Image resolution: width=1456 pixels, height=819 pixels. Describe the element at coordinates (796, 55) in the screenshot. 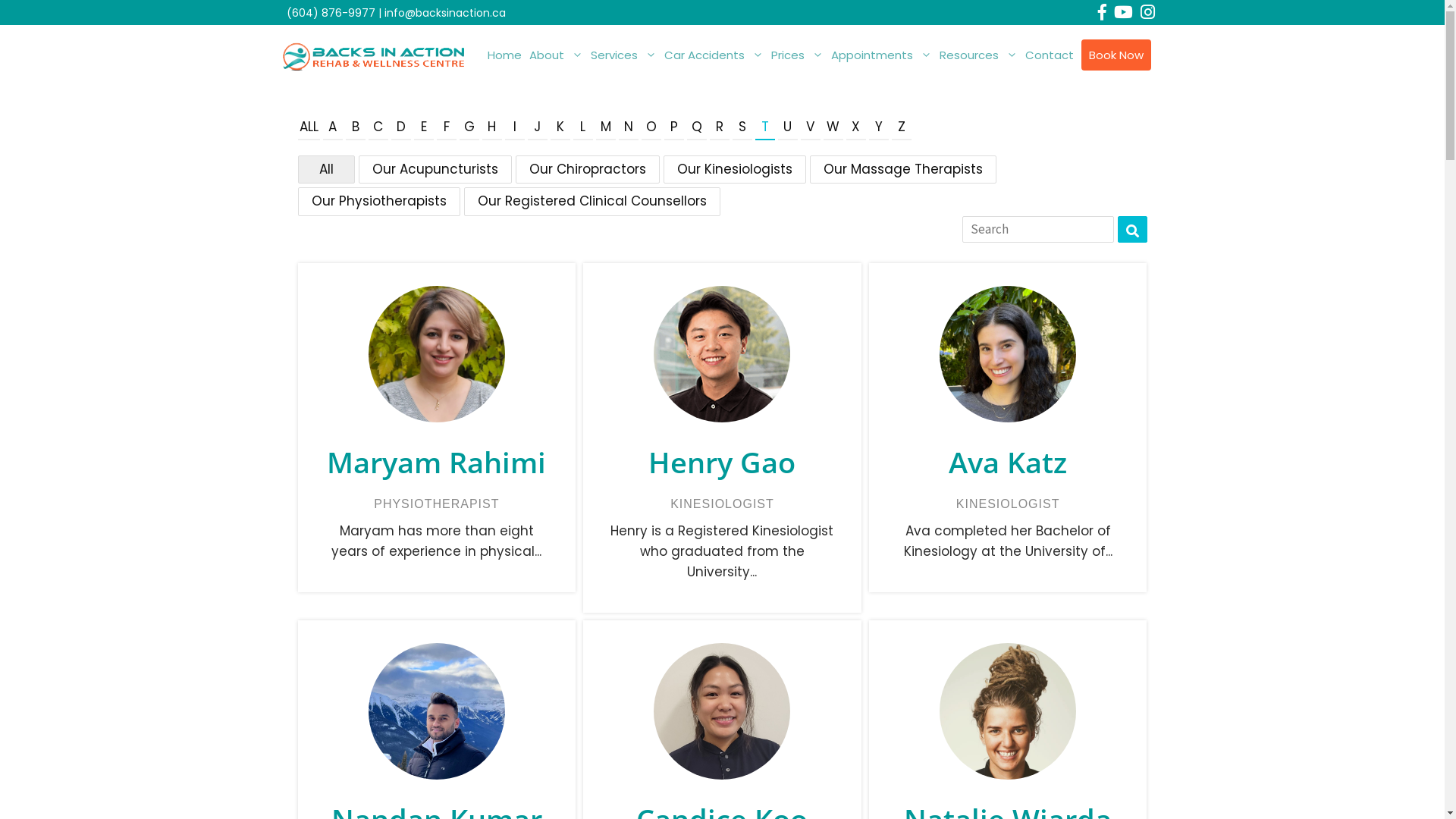

I see `'Prices'` at that location.